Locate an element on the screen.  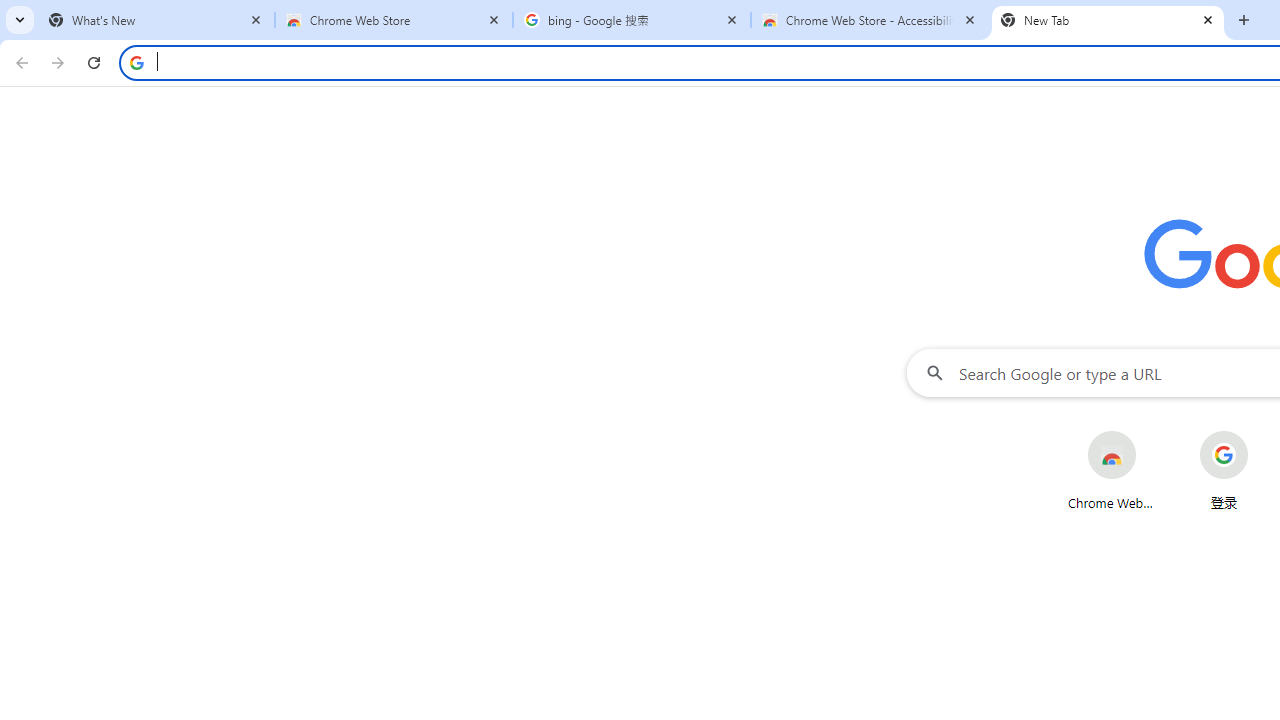
'Chrome Web Store - Accessibility' is located at coordinates (870, 20).